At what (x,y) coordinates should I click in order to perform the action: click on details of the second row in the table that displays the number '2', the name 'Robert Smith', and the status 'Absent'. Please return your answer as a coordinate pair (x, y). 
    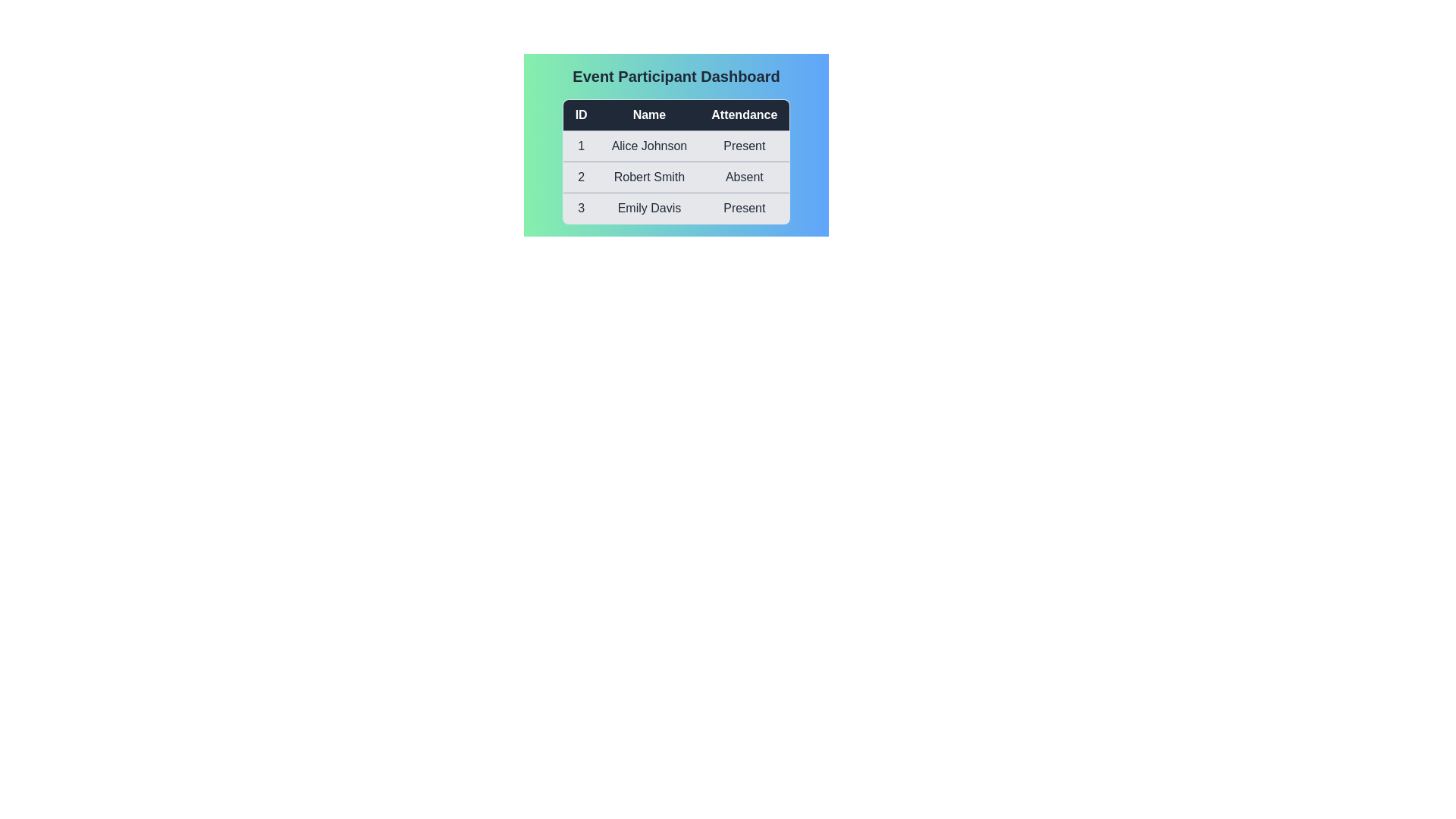
    Looking at the image, I should click on (676, 177).